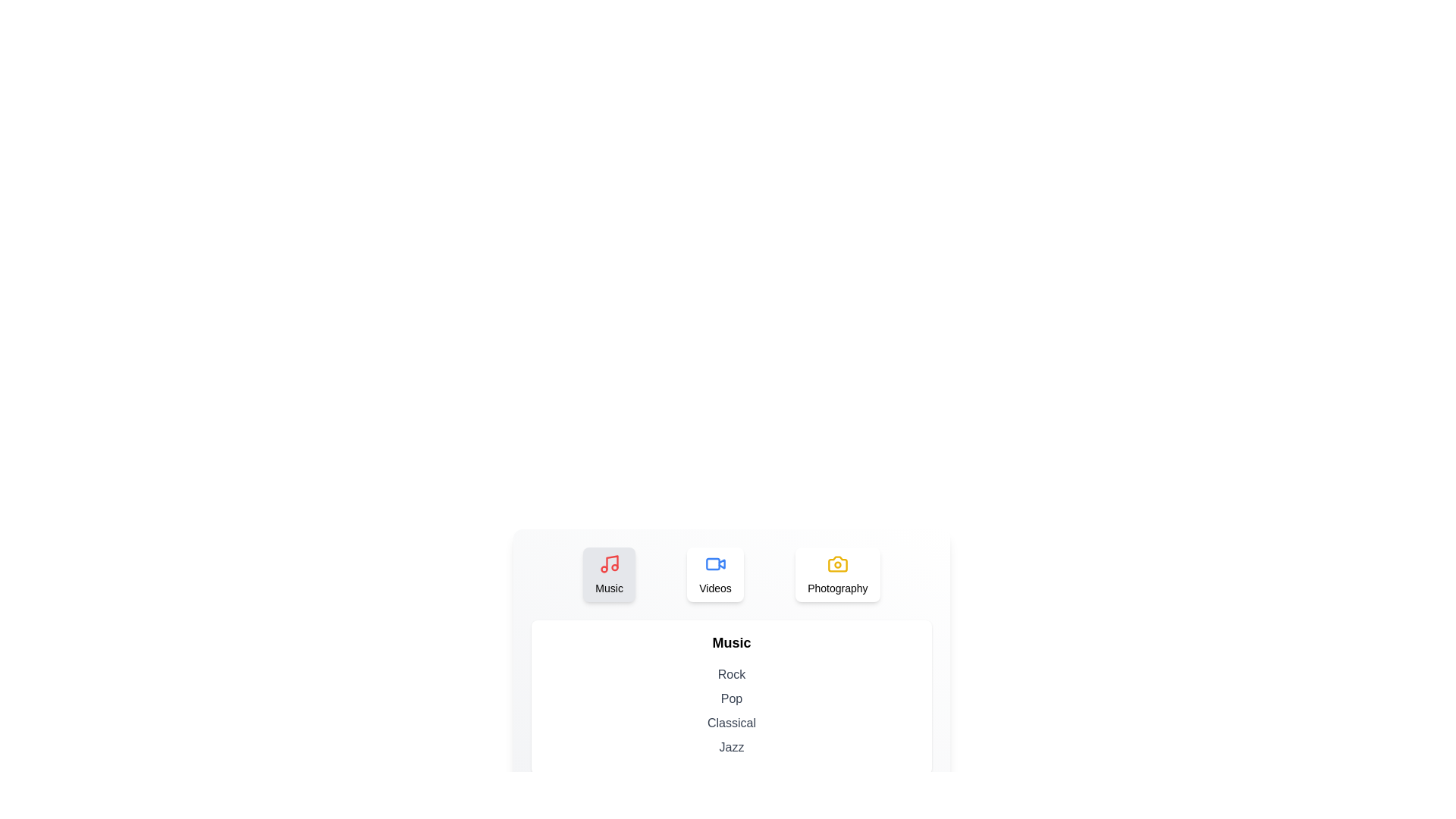 The height and width of the screenshot is (819, 1456). I want to click on the text Rock from the displayed list, so click(731, 674).